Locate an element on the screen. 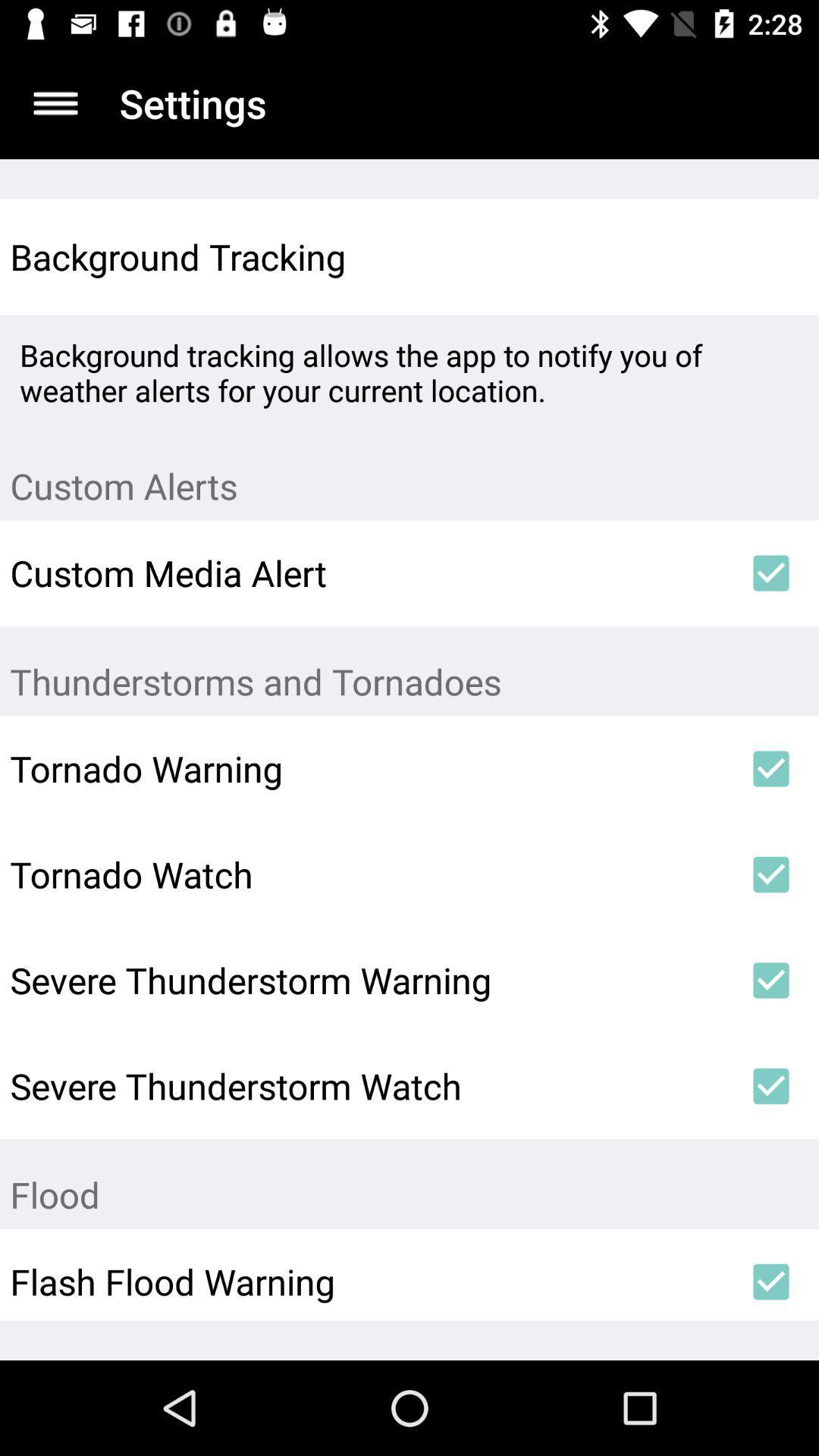 The image size is (819, 1456). the item to the right of the severe thunderstorm warning is located at coordinates (771, 980).